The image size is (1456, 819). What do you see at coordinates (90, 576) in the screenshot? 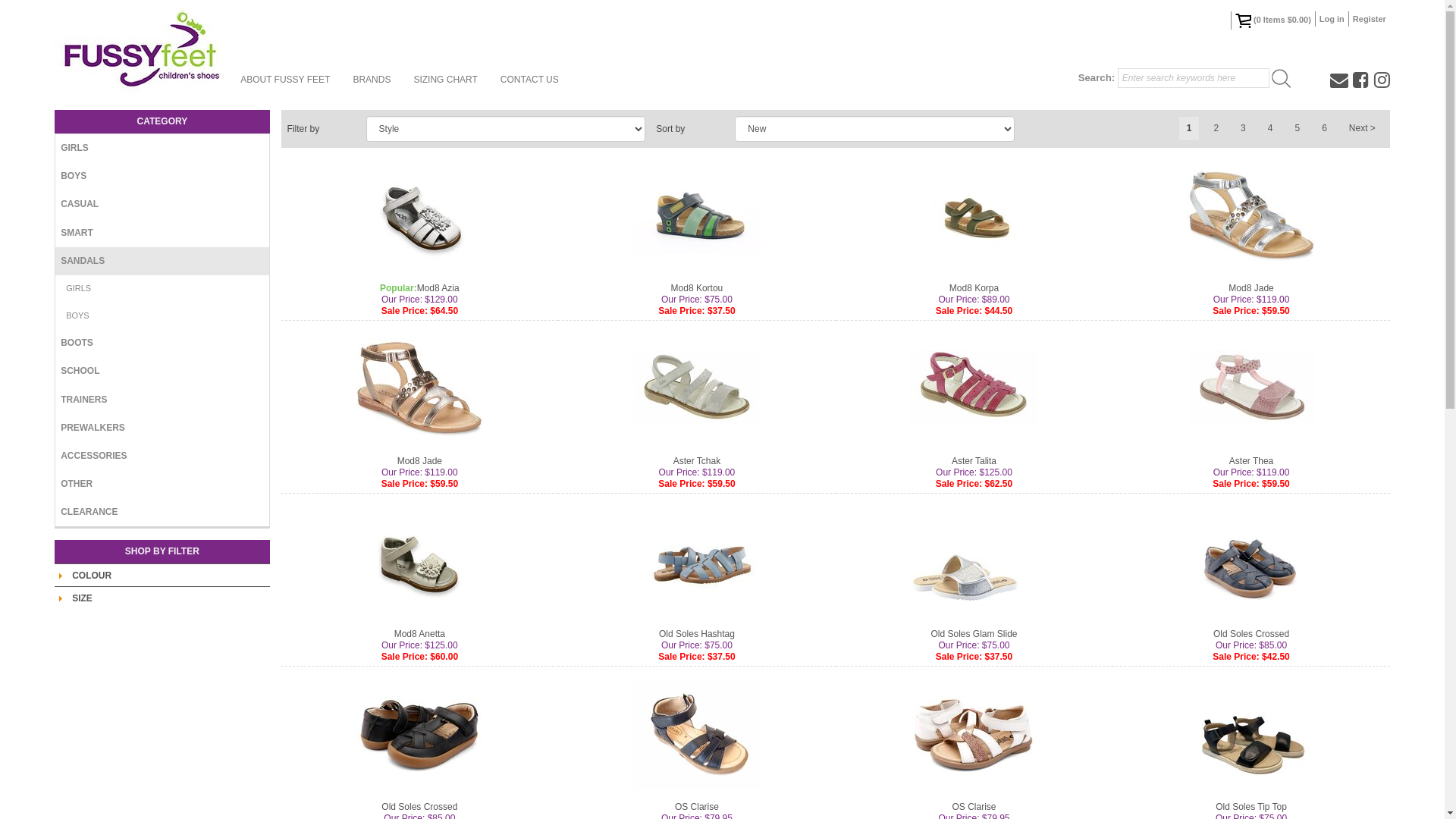
I see `'COLOUR'` at bounding box center [90, 576].